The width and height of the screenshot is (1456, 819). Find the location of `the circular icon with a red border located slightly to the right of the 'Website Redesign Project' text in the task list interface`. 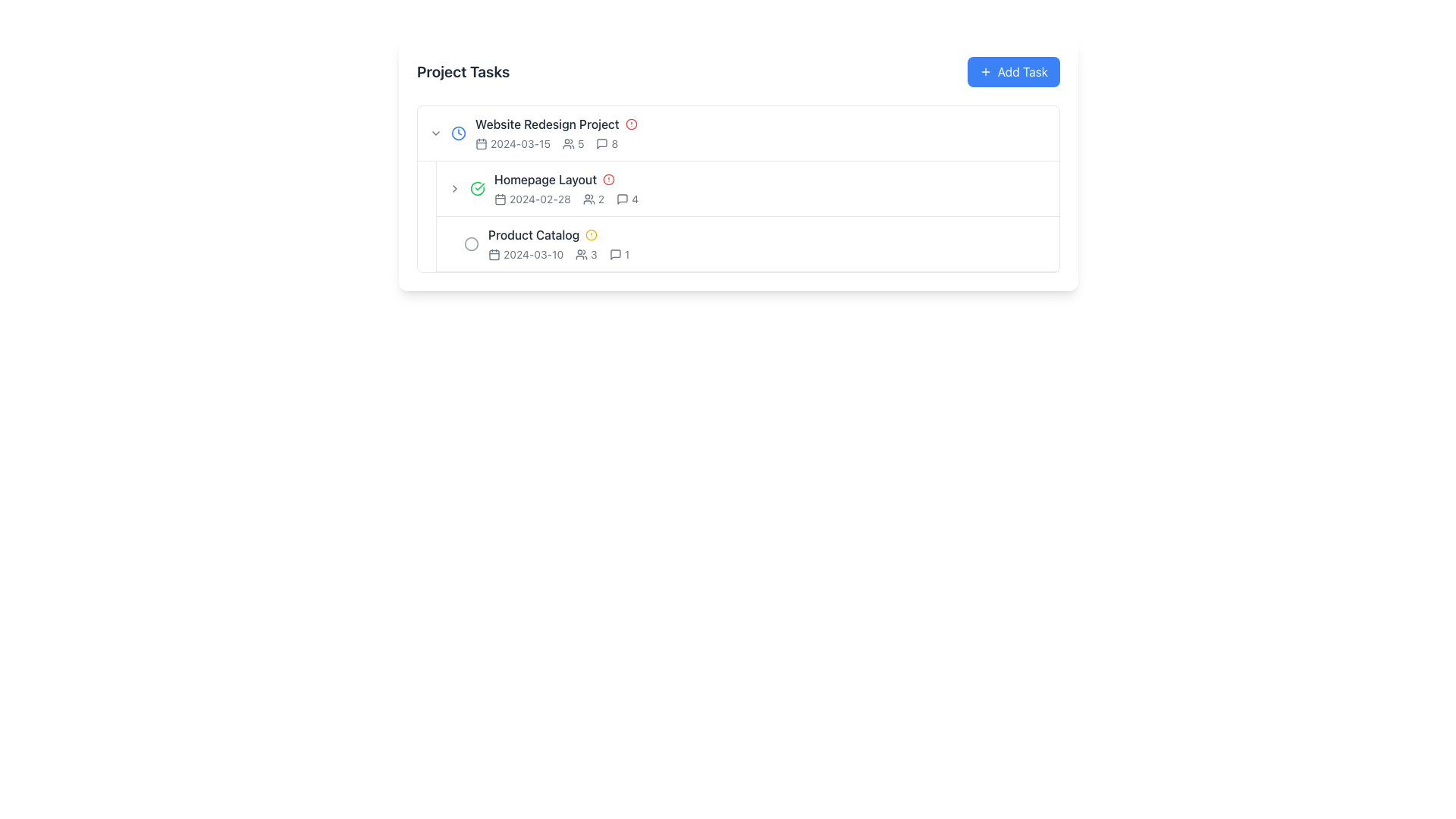

the circular icon with a red border located slightly to the right of the 'Website Redesign Project' text in the task list interface is located at coordinates (631, 124).